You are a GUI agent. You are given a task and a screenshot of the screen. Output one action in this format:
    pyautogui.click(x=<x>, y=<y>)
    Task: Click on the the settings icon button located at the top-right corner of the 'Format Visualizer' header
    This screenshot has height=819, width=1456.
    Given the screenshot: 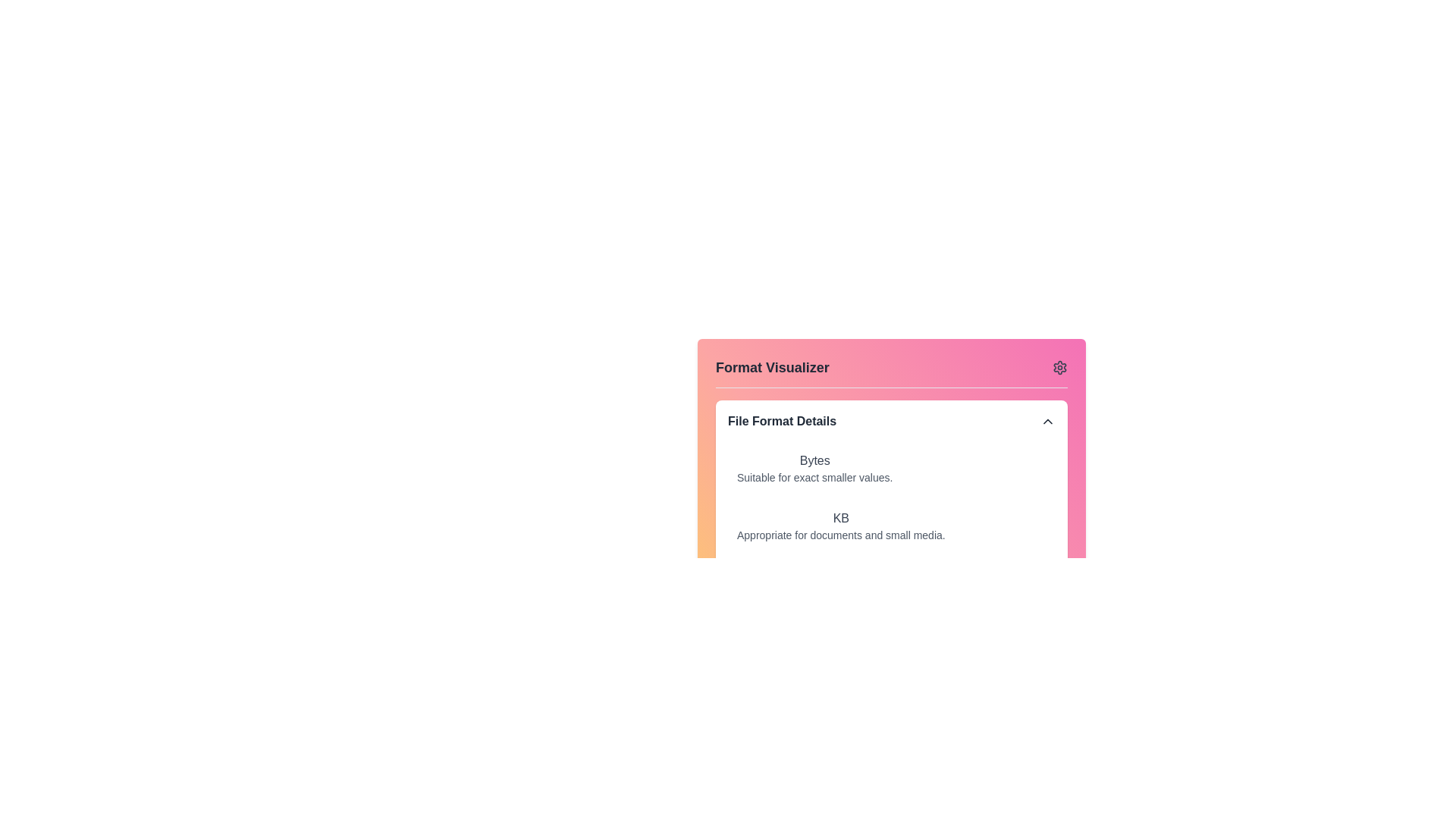 What is the action you would take?
    pyautogui.click(x=1059, y=368)
    